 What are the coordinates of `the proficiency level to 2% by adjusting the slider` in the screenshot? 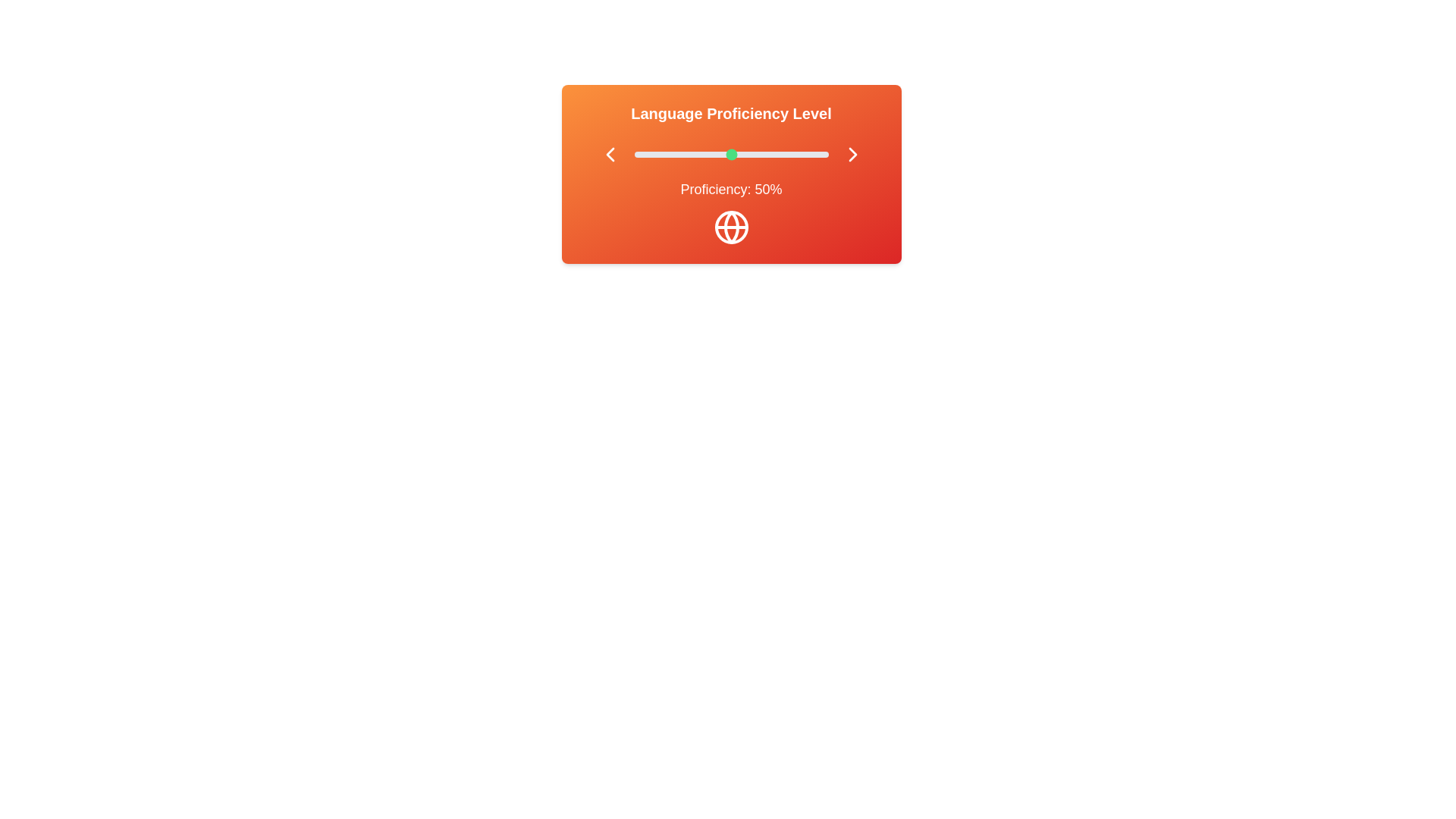 It's located at (638, 155).